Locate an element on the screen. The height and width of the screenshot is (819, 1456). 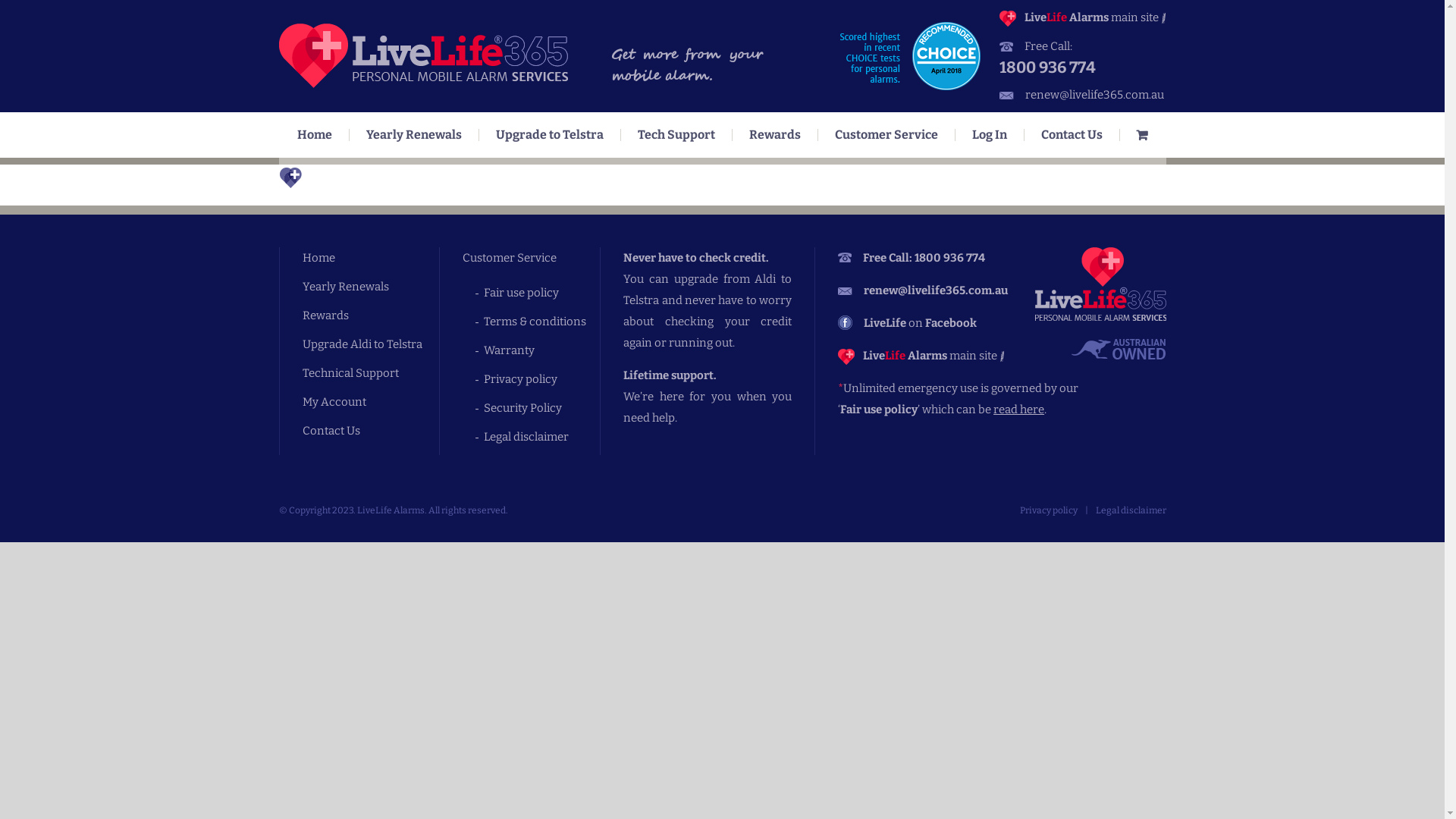
'Contact Us' is located at coordinates (1070, 133).